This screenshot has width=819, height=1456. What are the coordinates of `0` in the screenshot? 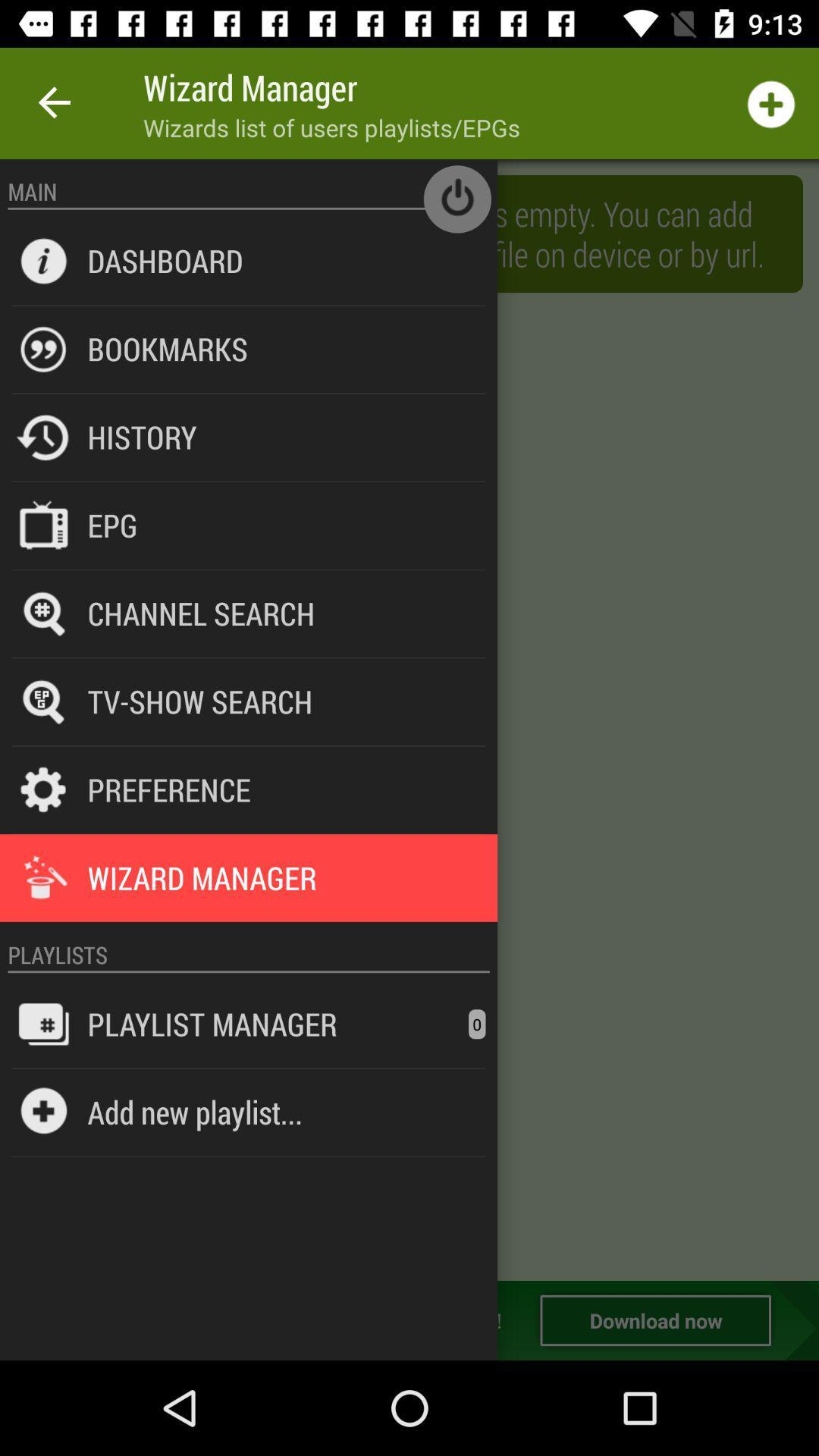 It's located at (476, 1024).